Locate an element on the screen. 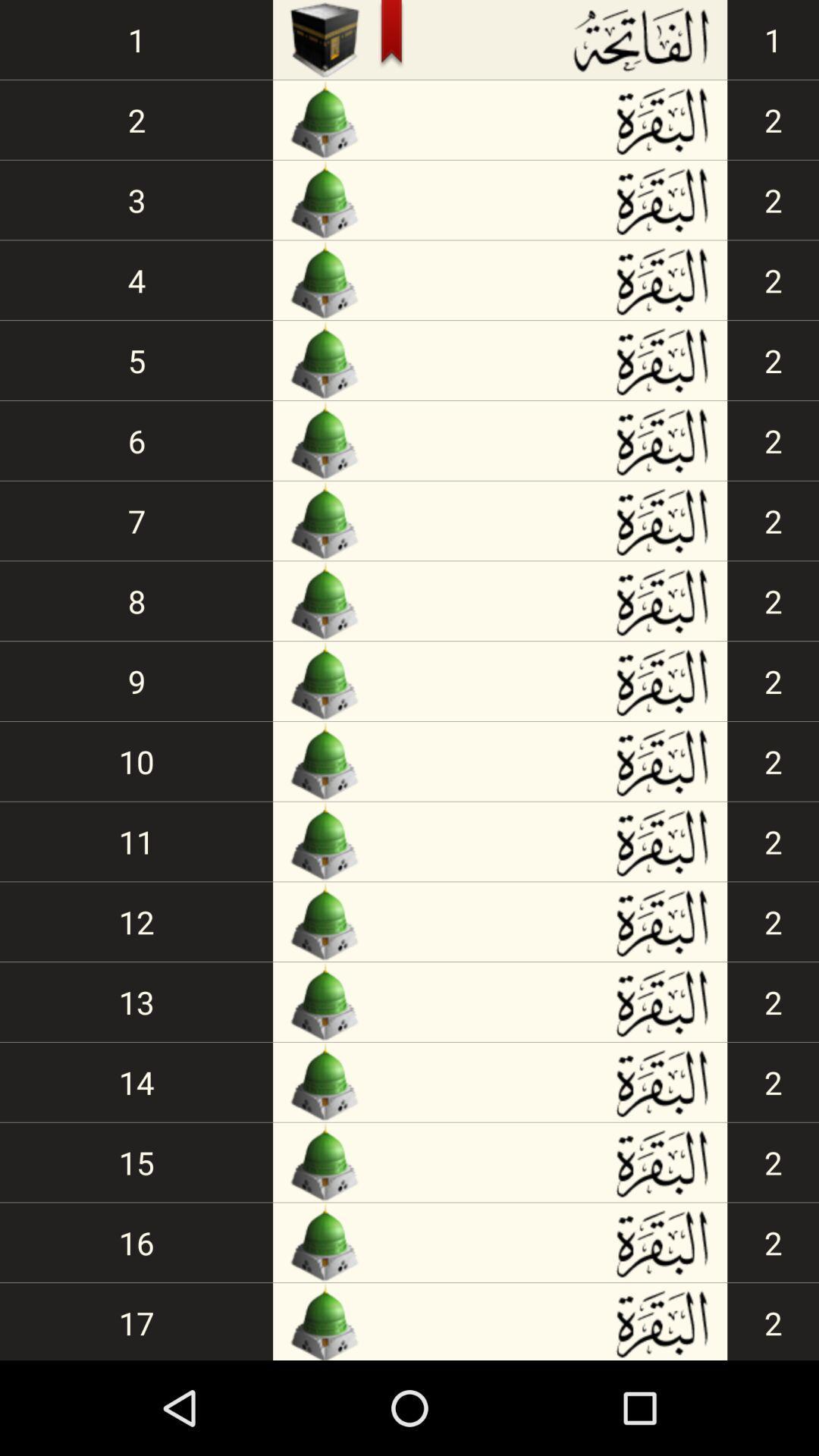  the 16 icon is located at coordinates (136, 1242).